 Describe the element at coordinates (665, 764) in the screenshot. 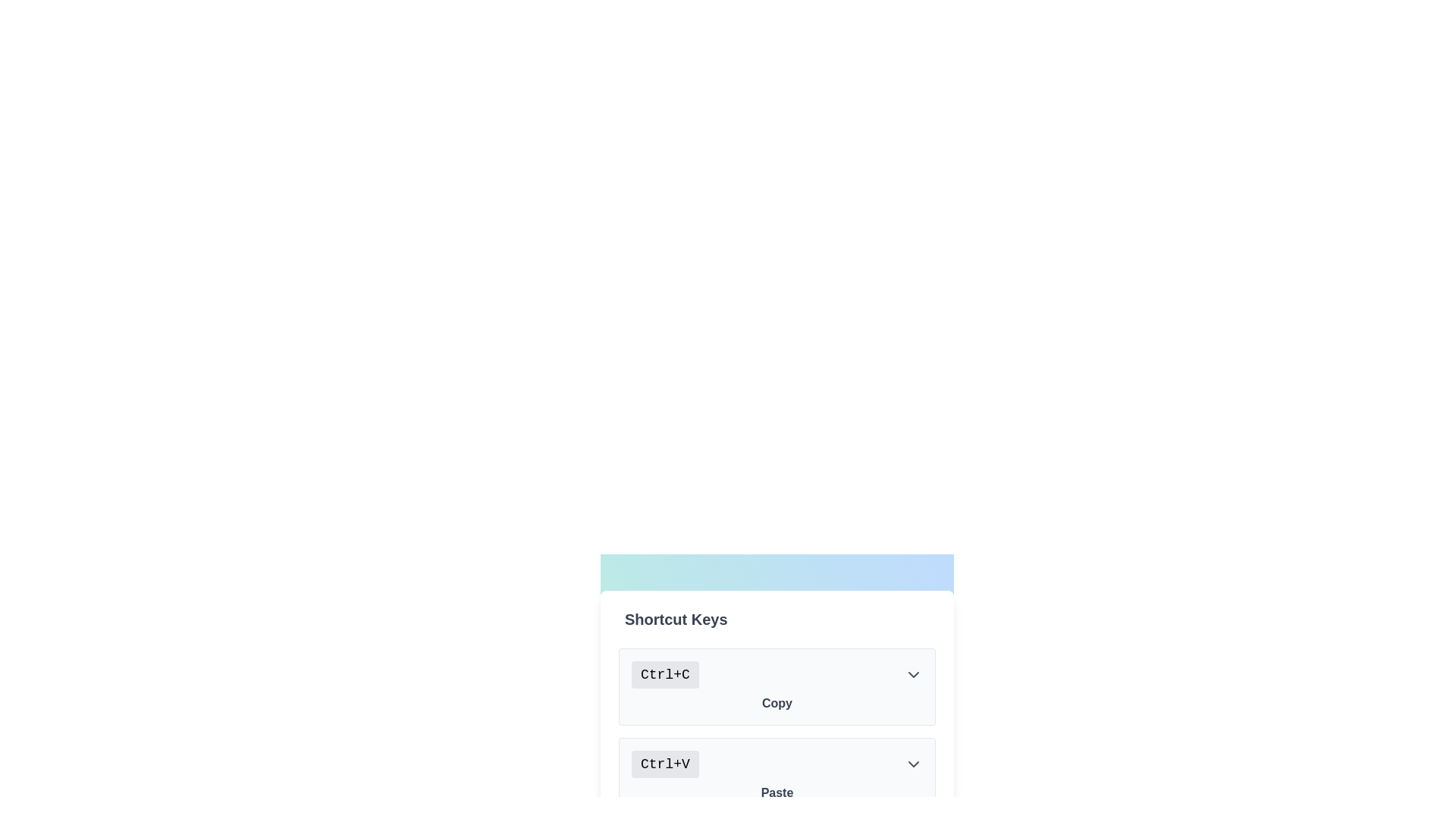

I see `text of the Text Label indicating the keyboard shortcut 'Ctrl+V', which is located in the 'Shortcut Keys' section below 'Ctrl+C'` at that location.